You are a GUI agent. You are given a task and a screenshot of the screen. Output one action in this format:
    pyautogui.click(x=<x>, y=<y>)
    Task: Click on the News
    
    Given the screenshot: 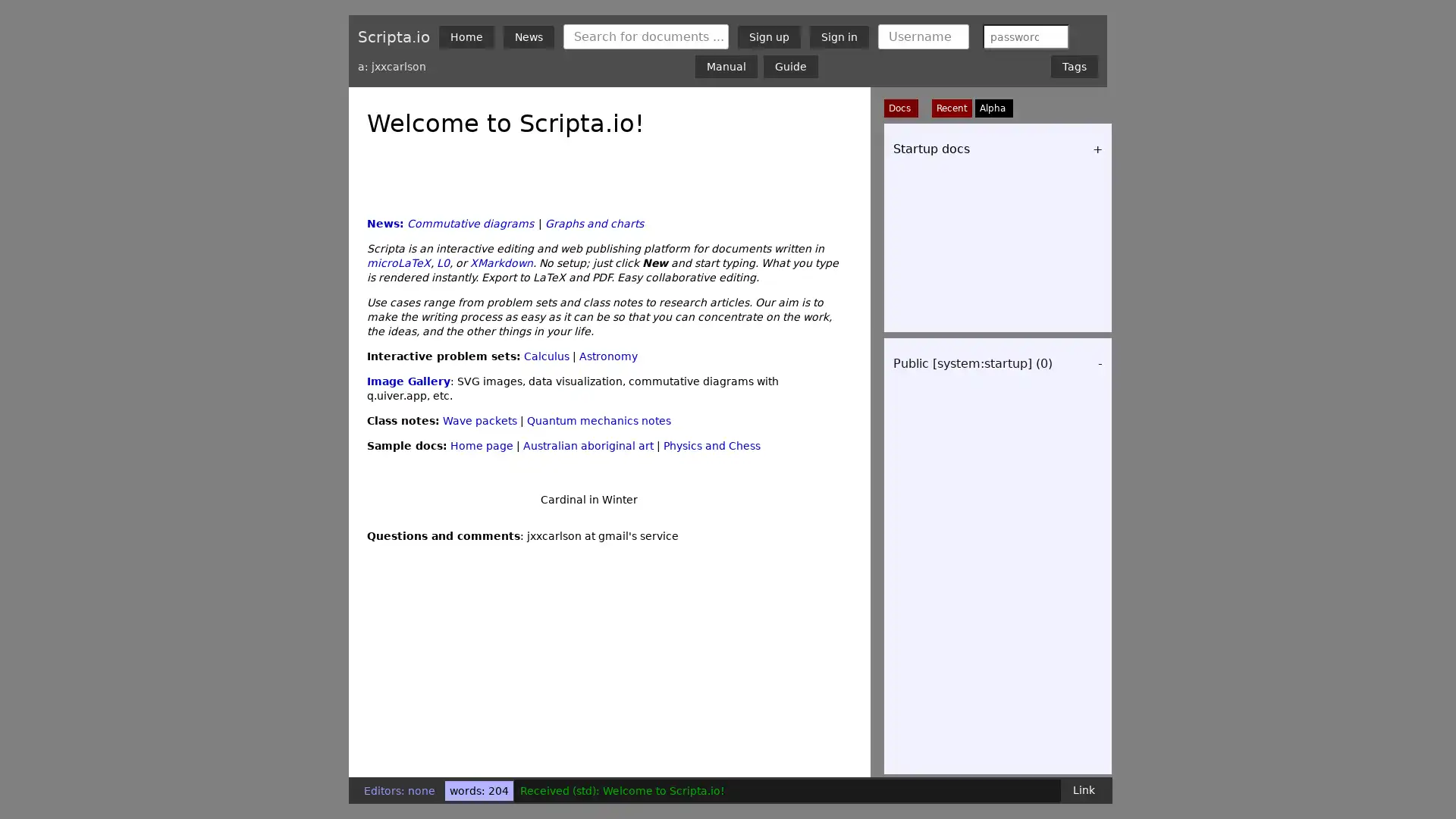 What is the action you would take?
    pyautogui.click(x=529, y=35)
    